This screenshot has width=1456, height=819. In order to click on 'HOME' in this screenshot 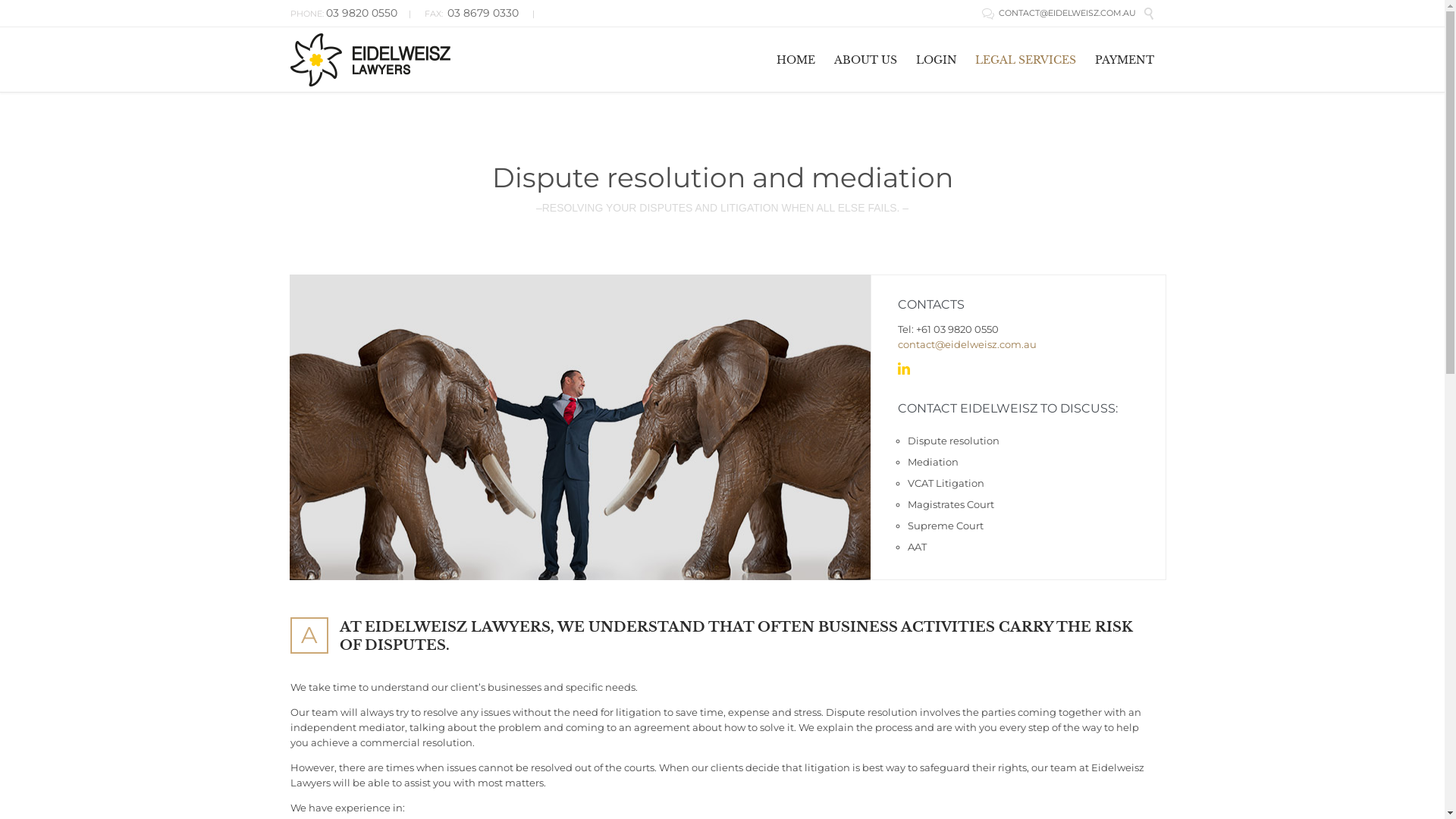, I will do `click(795, 58)`.